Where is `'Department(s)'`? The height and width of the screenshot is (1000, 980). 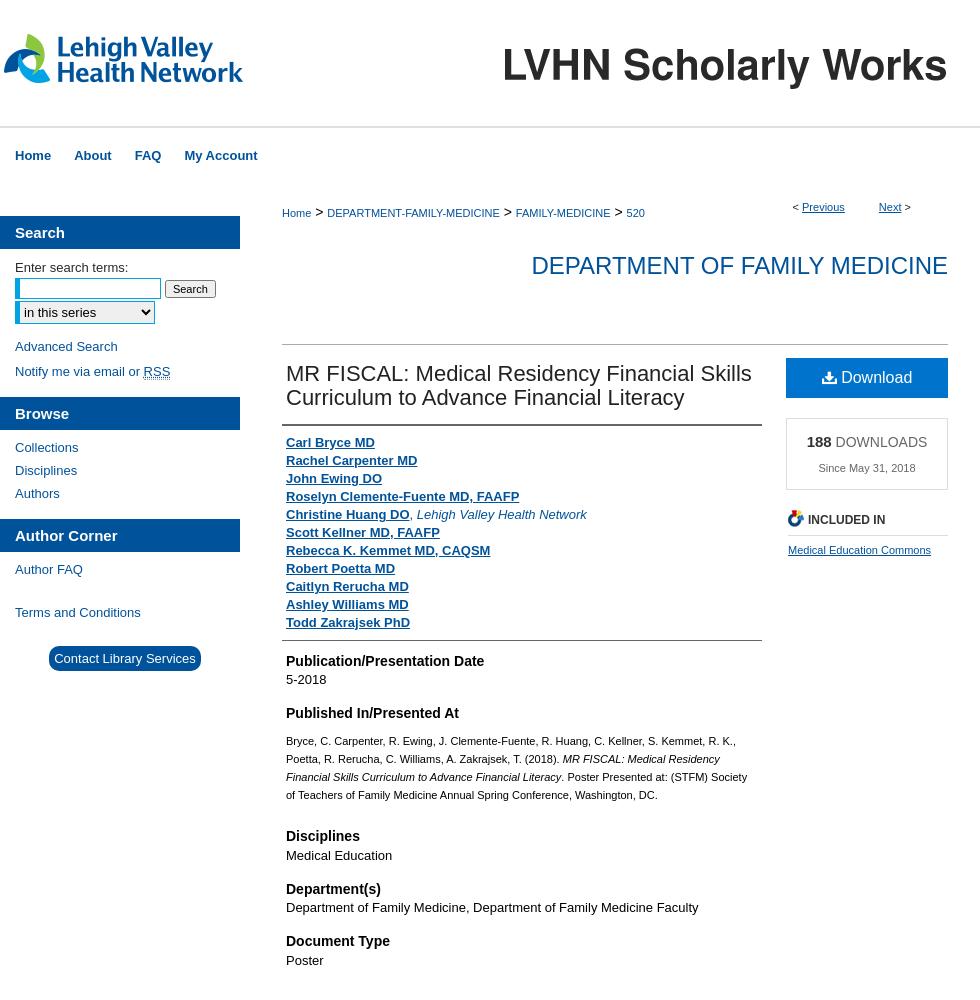
'Department(s)' is located at coordinates (333, 888).